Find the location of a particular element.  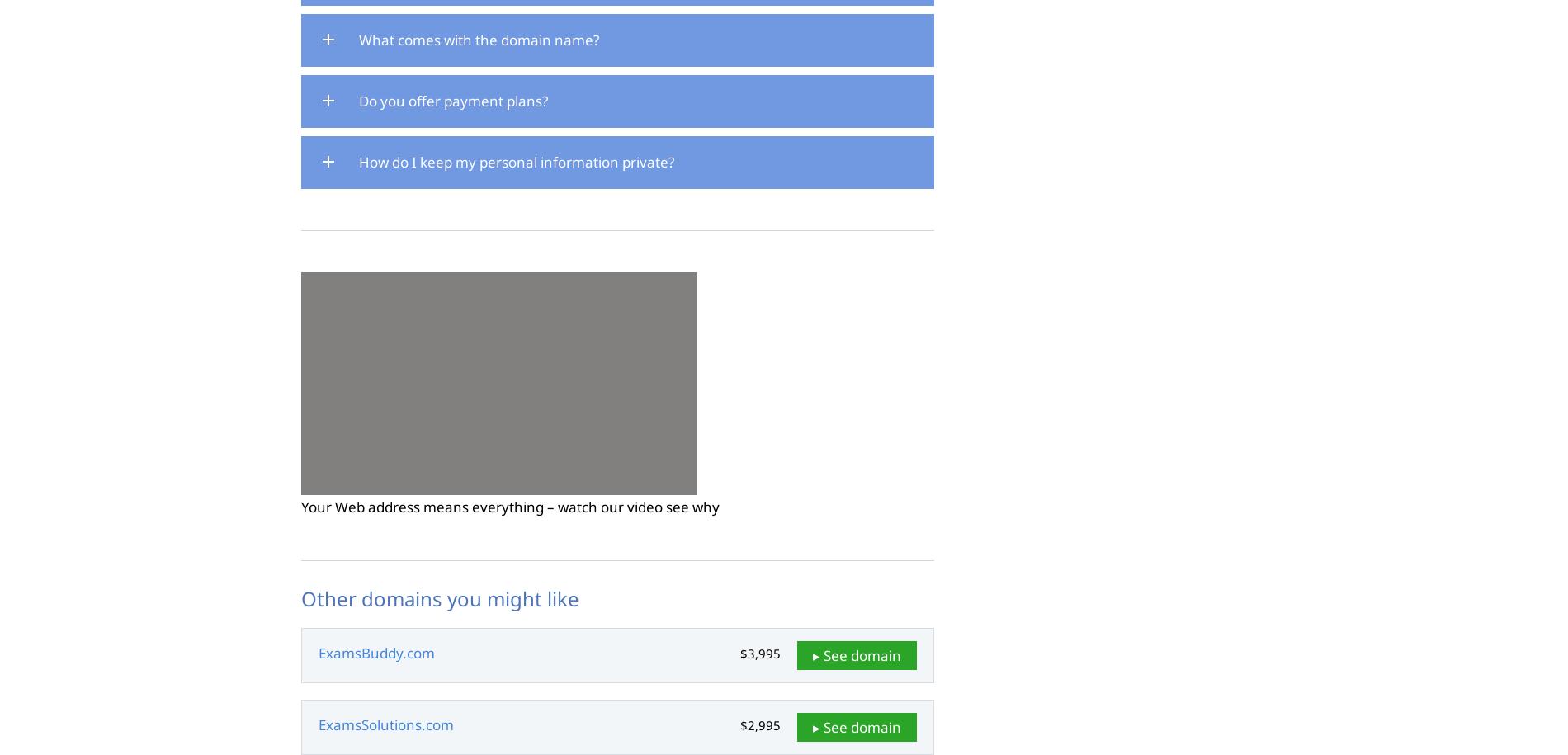

'Your Web address means everything – watch our video see why' is located at coordinates (300, 506).